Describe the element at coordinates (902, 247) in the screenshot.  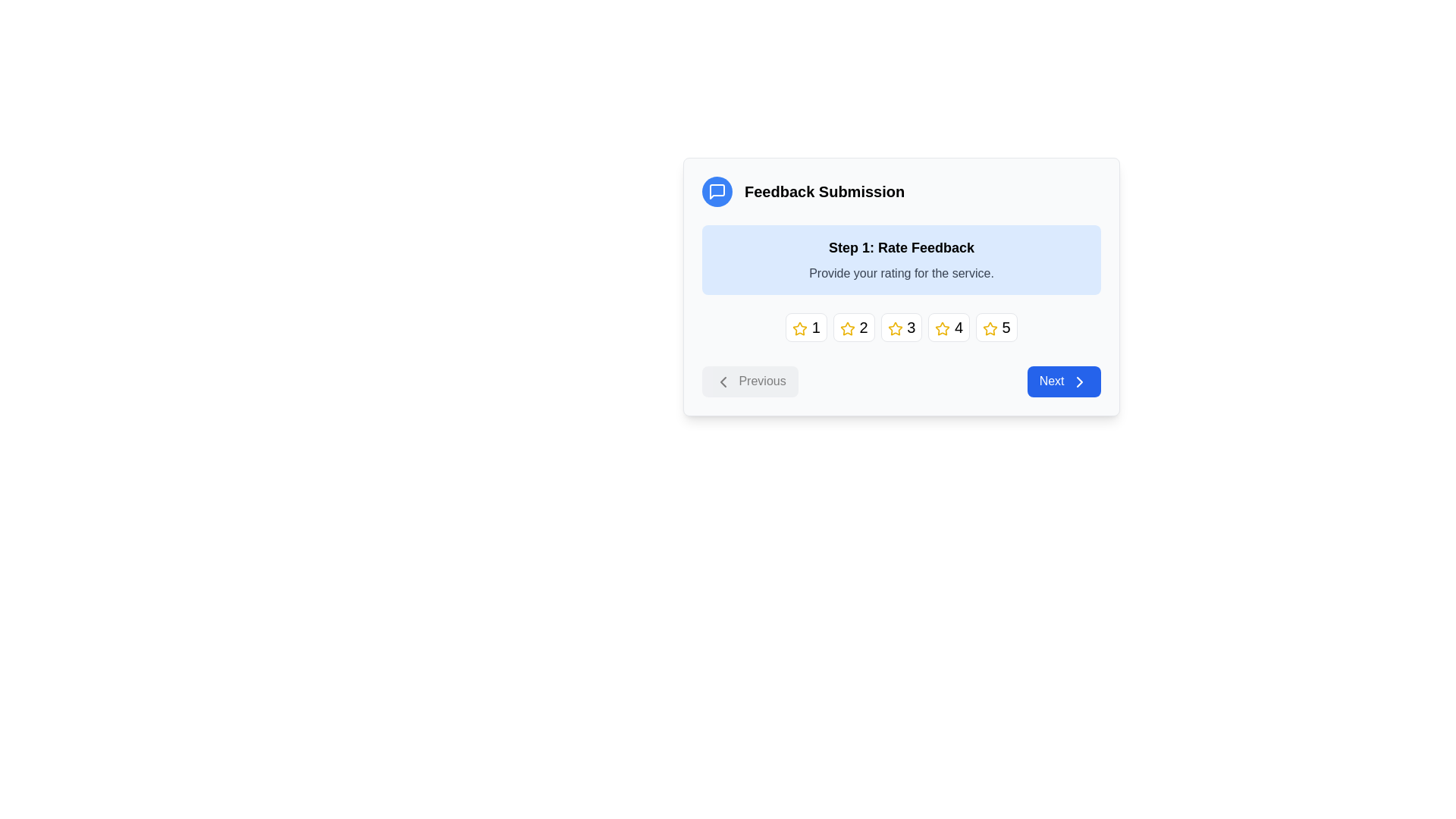
I see `text header 'Step 1: Rate Feedback', which is a bold, large-sized title located near the top of a blue background section in the feedback form layout` at that location.